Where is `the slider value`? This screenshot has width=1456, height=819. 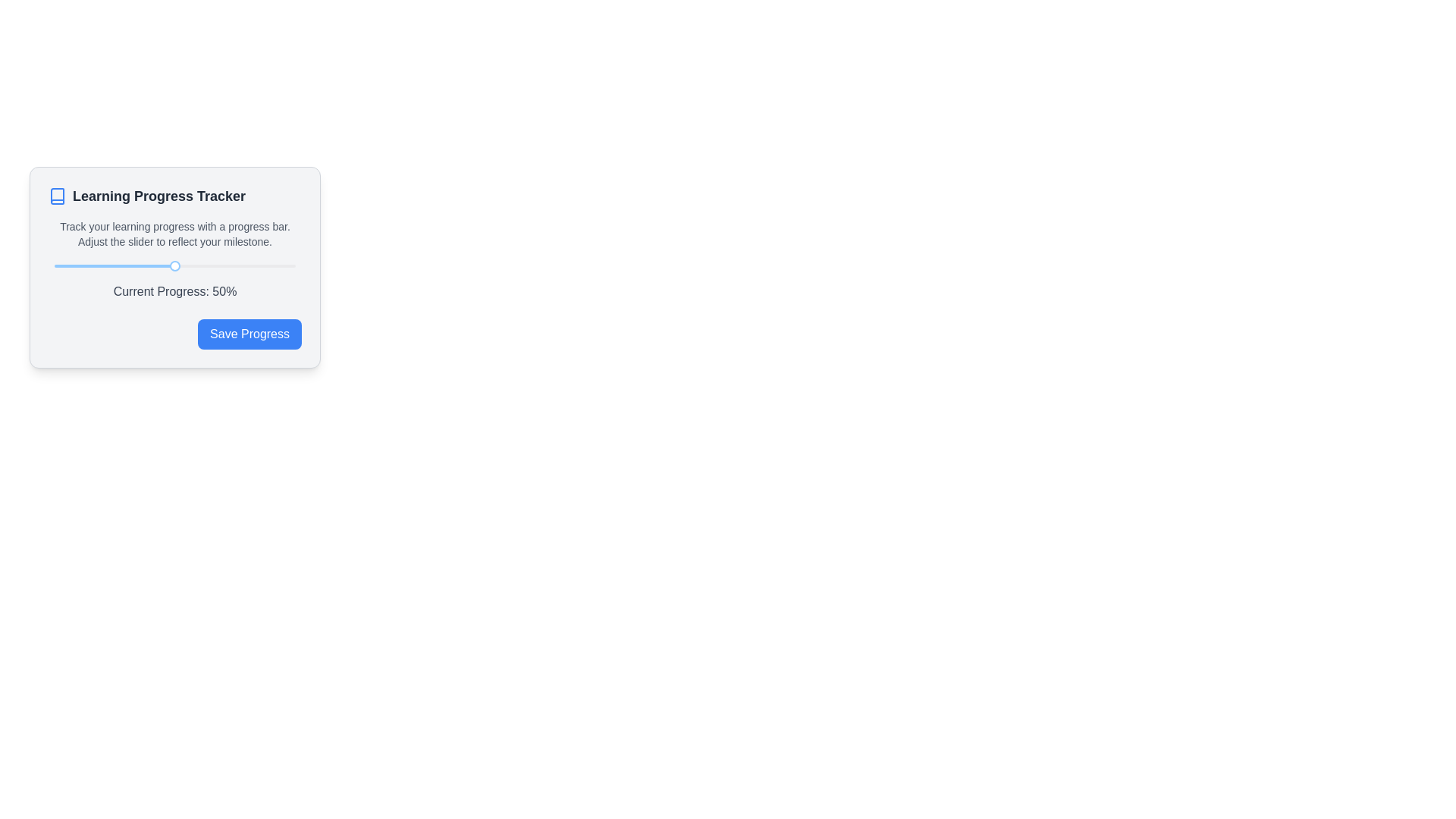
the slider value is located at coordinates (63, 265).